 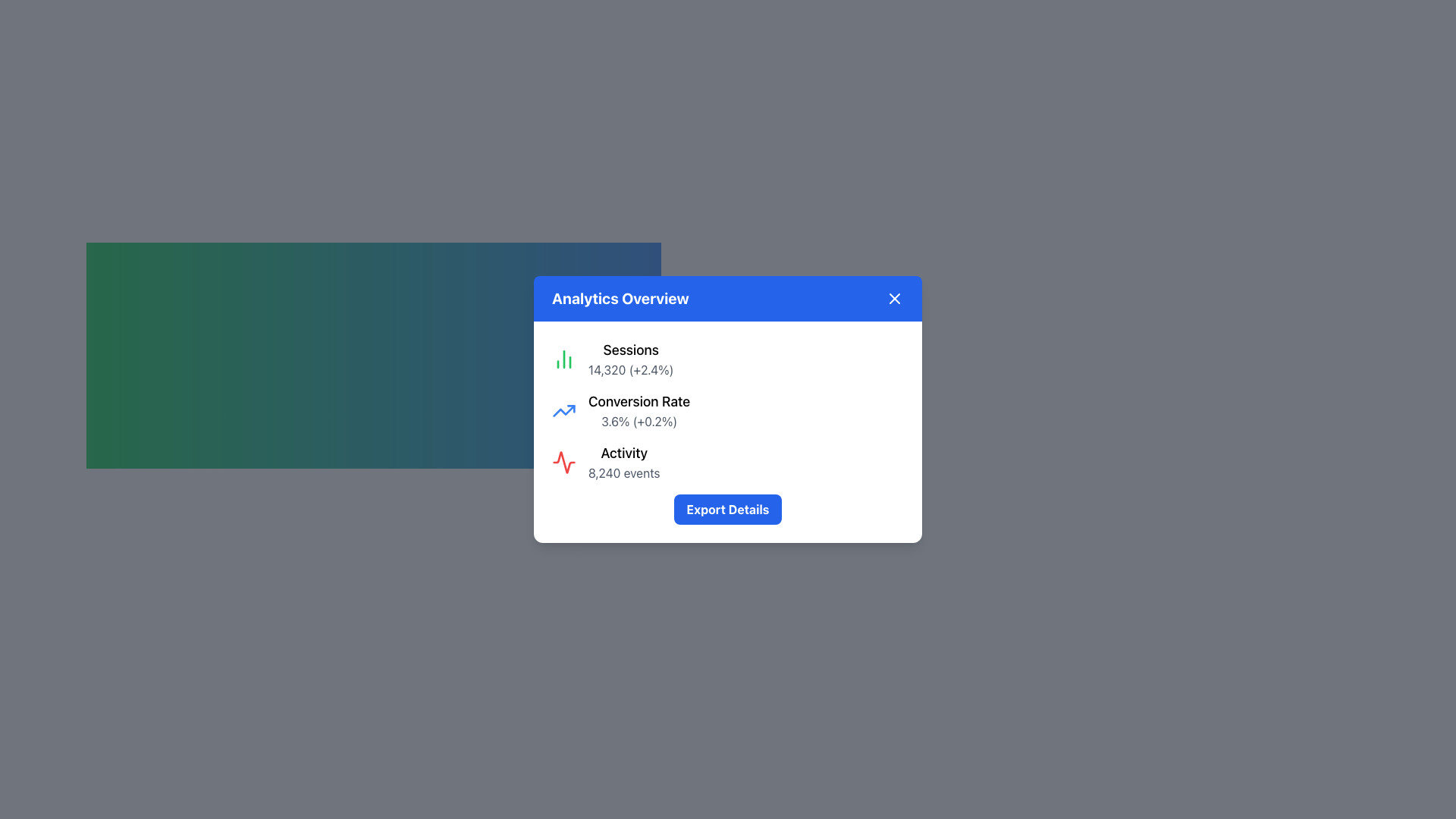 I want to click on the uptrend graph icon represented by a blue arrow line, located to the immediate left of the text 'Conversion Rate' in the 'Analytics Overview' card, so click(x=563, y=411).